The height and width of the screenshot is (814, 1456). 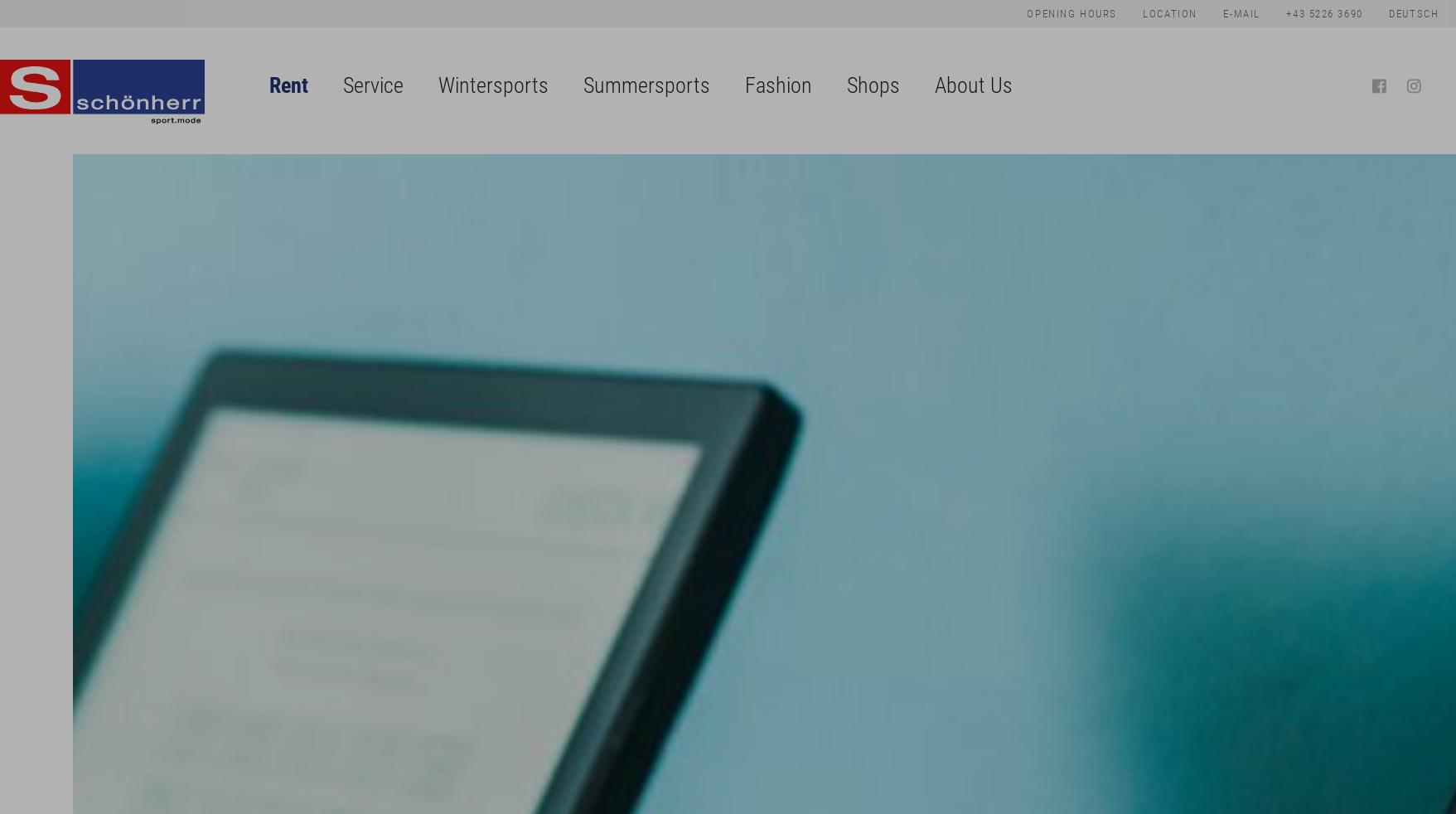 I want to click on 'About us', so click(x=973, y=153).